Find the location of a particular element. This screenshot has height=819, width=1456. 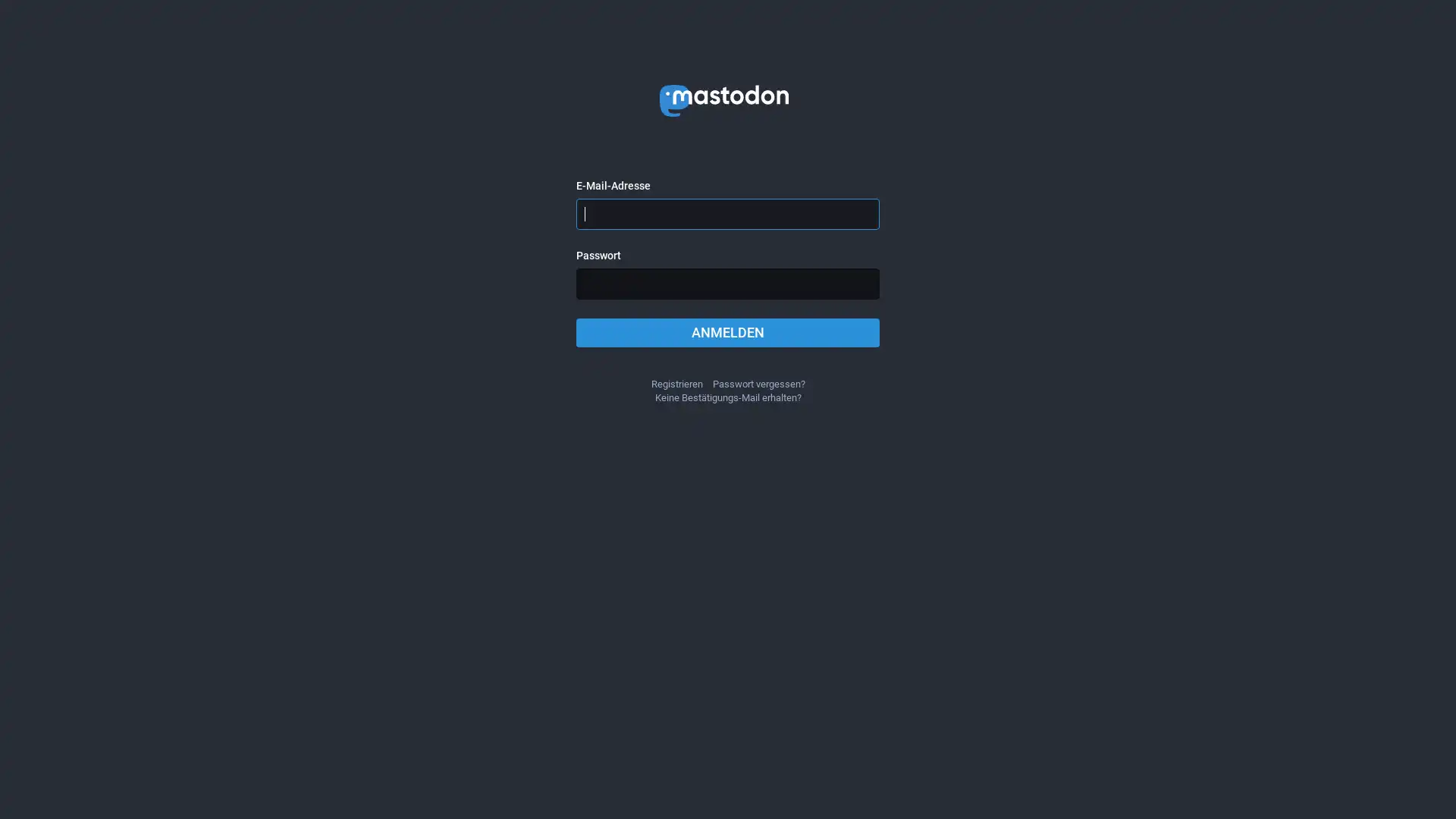

ANMELDEN is located at coordinates (728, 332).